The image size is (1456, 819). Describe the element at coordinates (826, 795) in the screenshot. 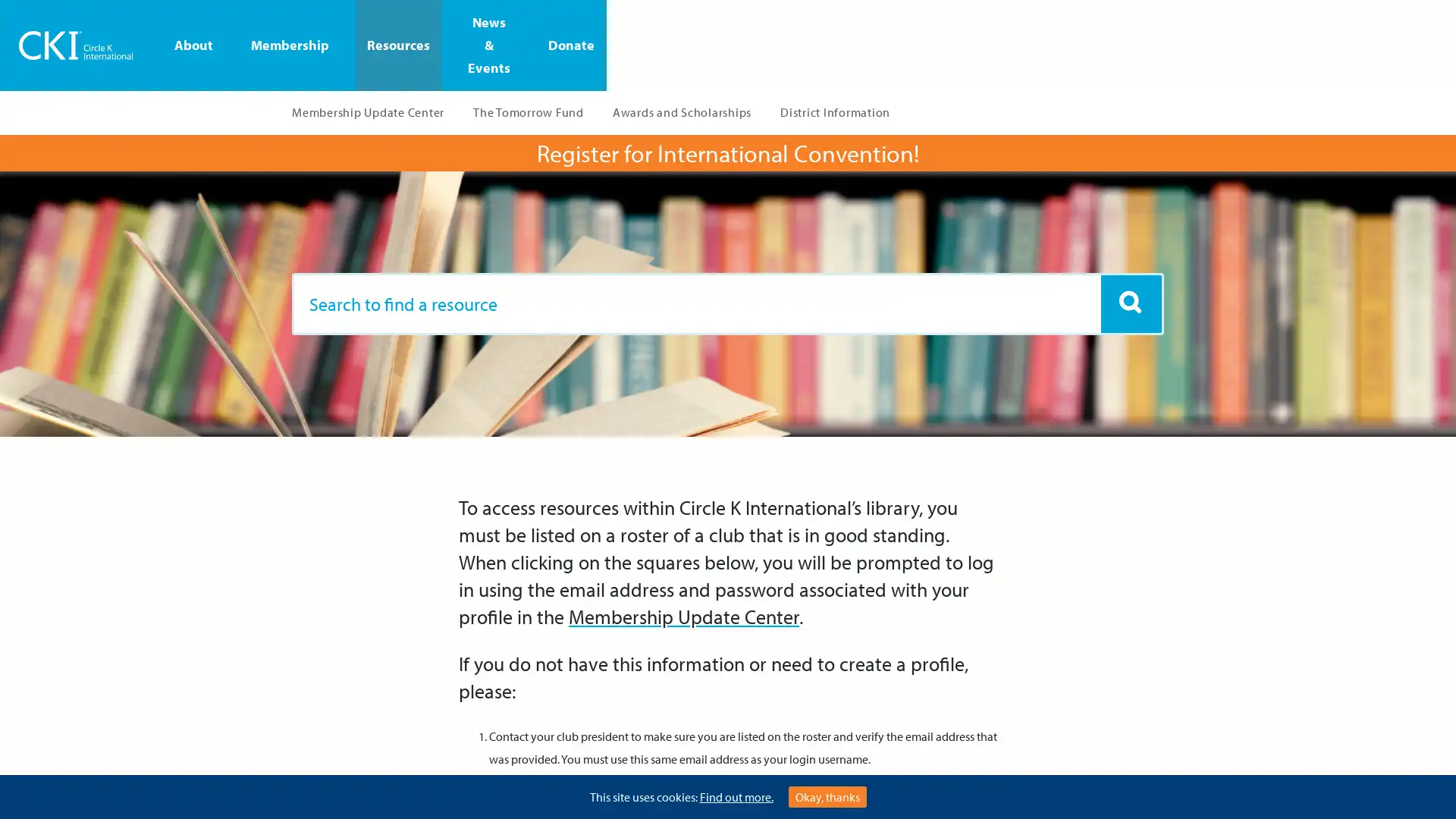

I see `Okay, thanks` at that location.